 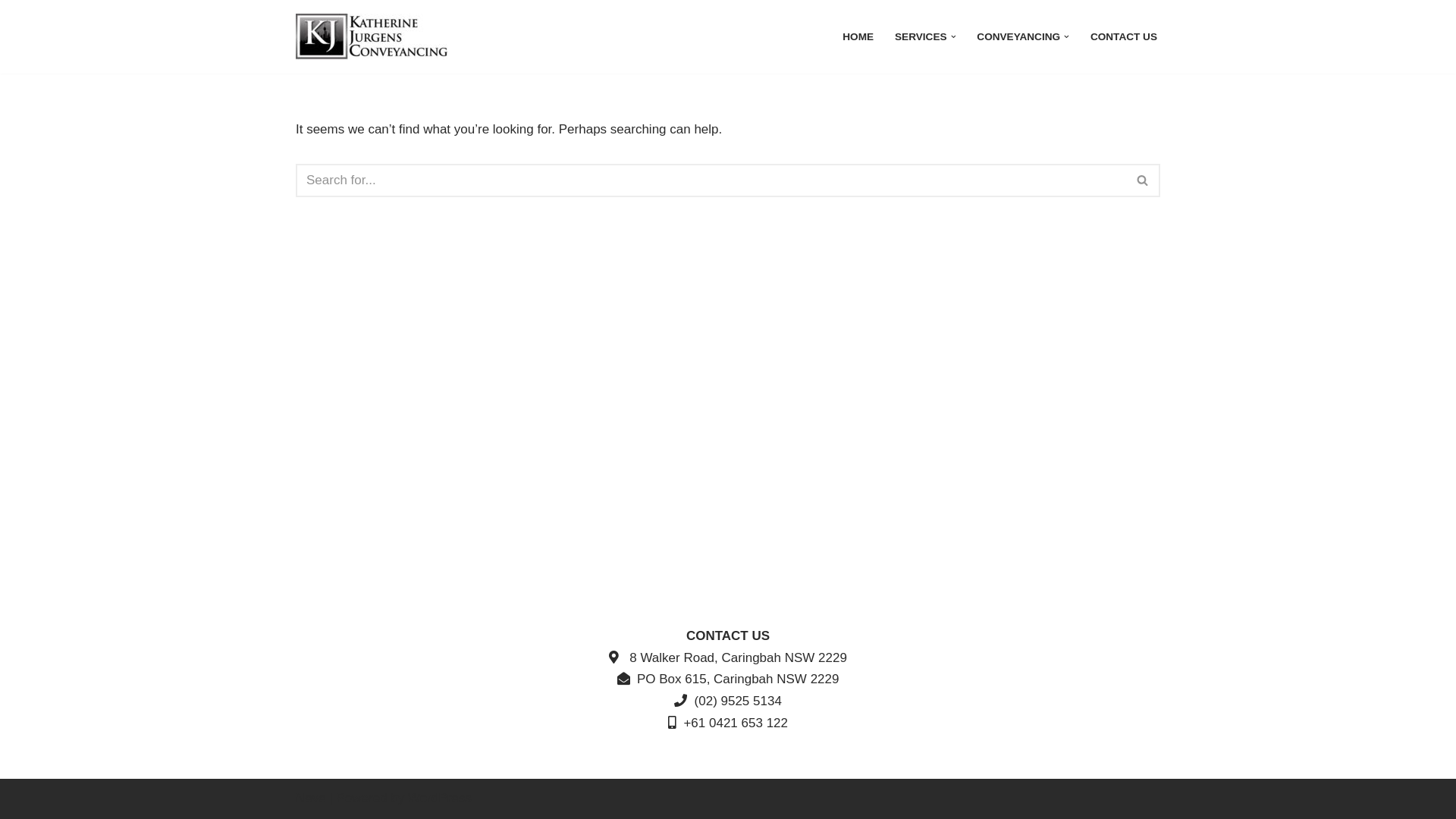 I want to click on 'Neve', so click(x=295, y=797).